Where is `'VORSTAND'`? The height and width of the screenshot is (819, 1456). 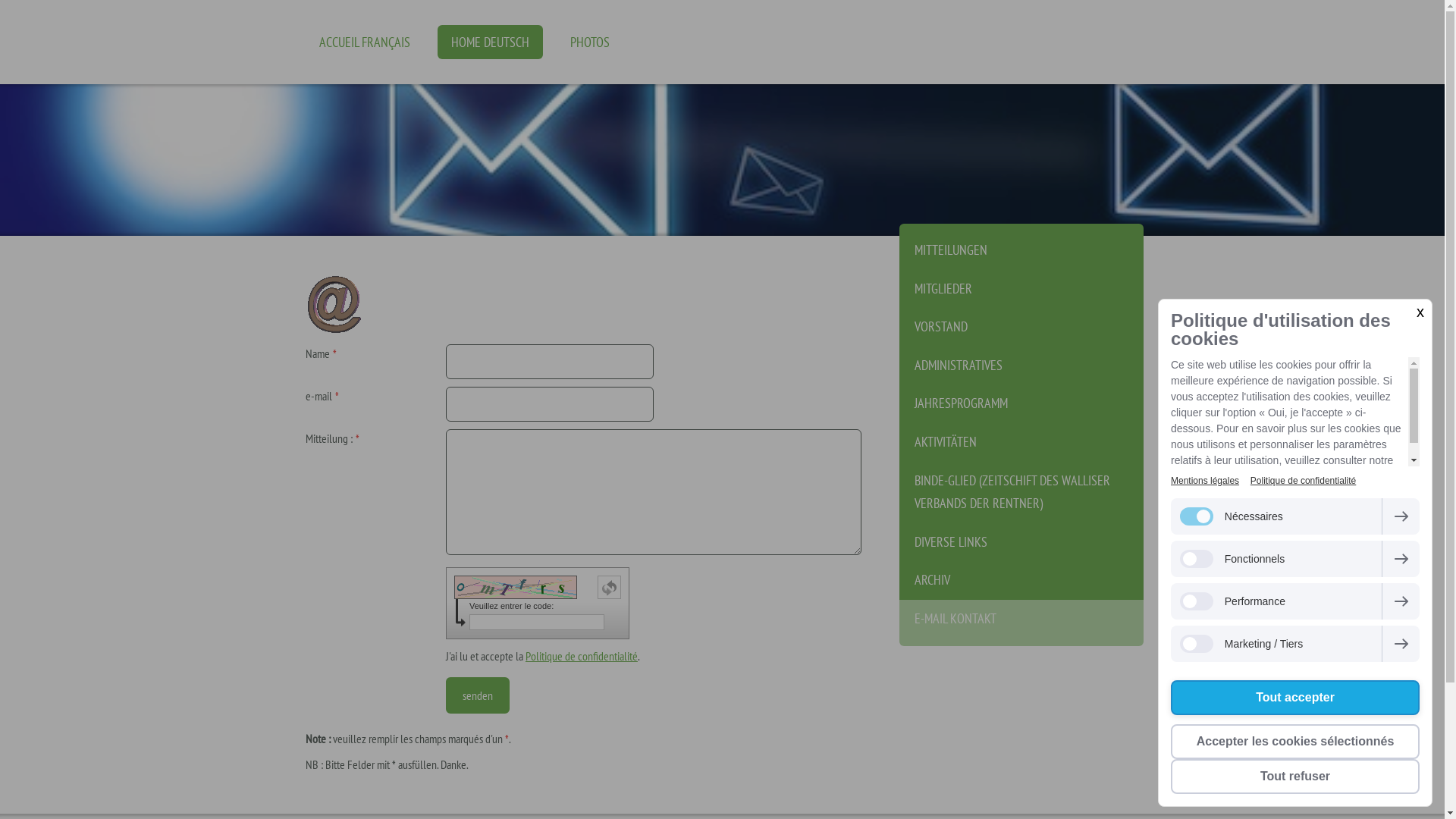 'VORSTAND' is located at coordinates (1021, 326).